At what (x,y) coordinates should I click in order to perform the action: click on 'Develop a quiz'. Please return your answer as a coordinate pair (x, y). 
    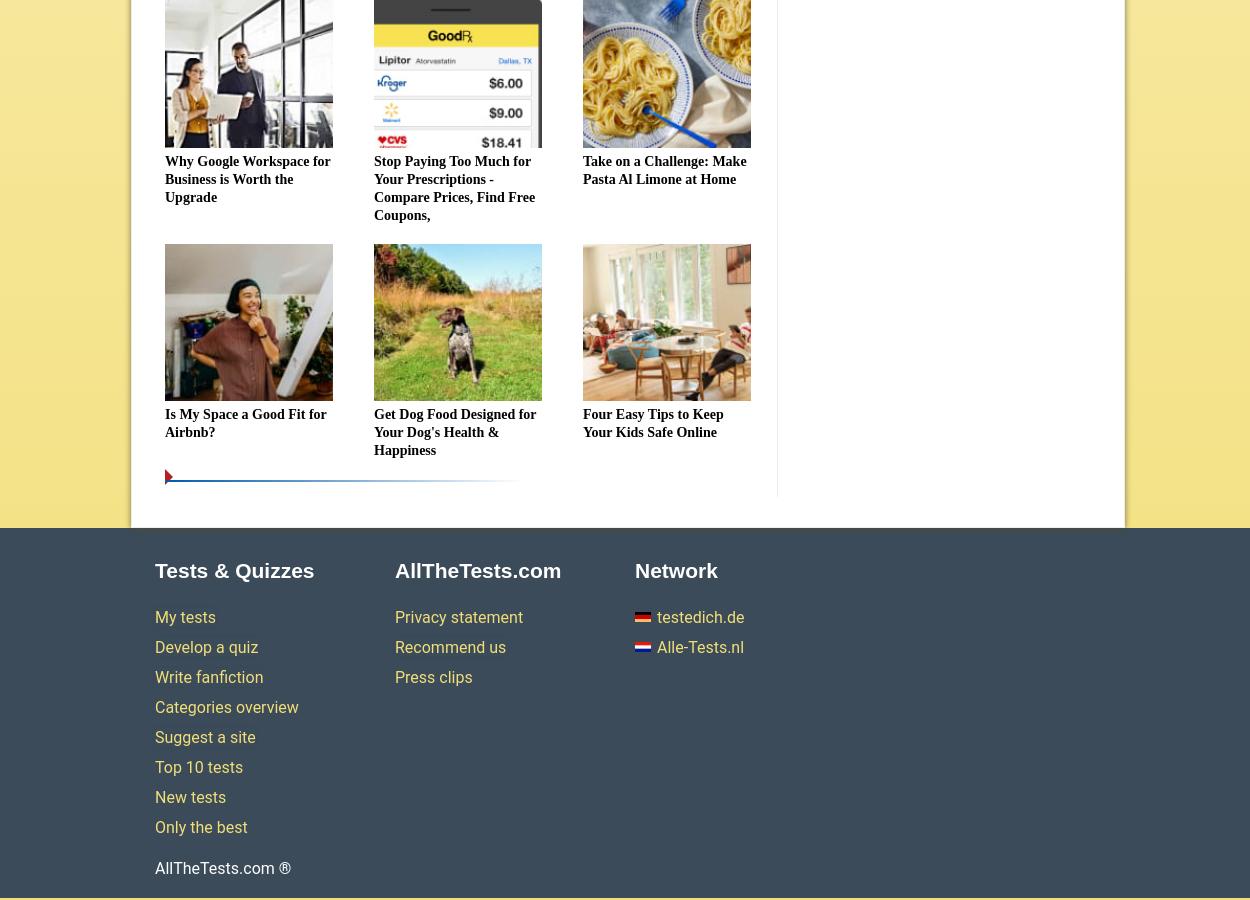
    Looking at the image, I should click on (205, 647).